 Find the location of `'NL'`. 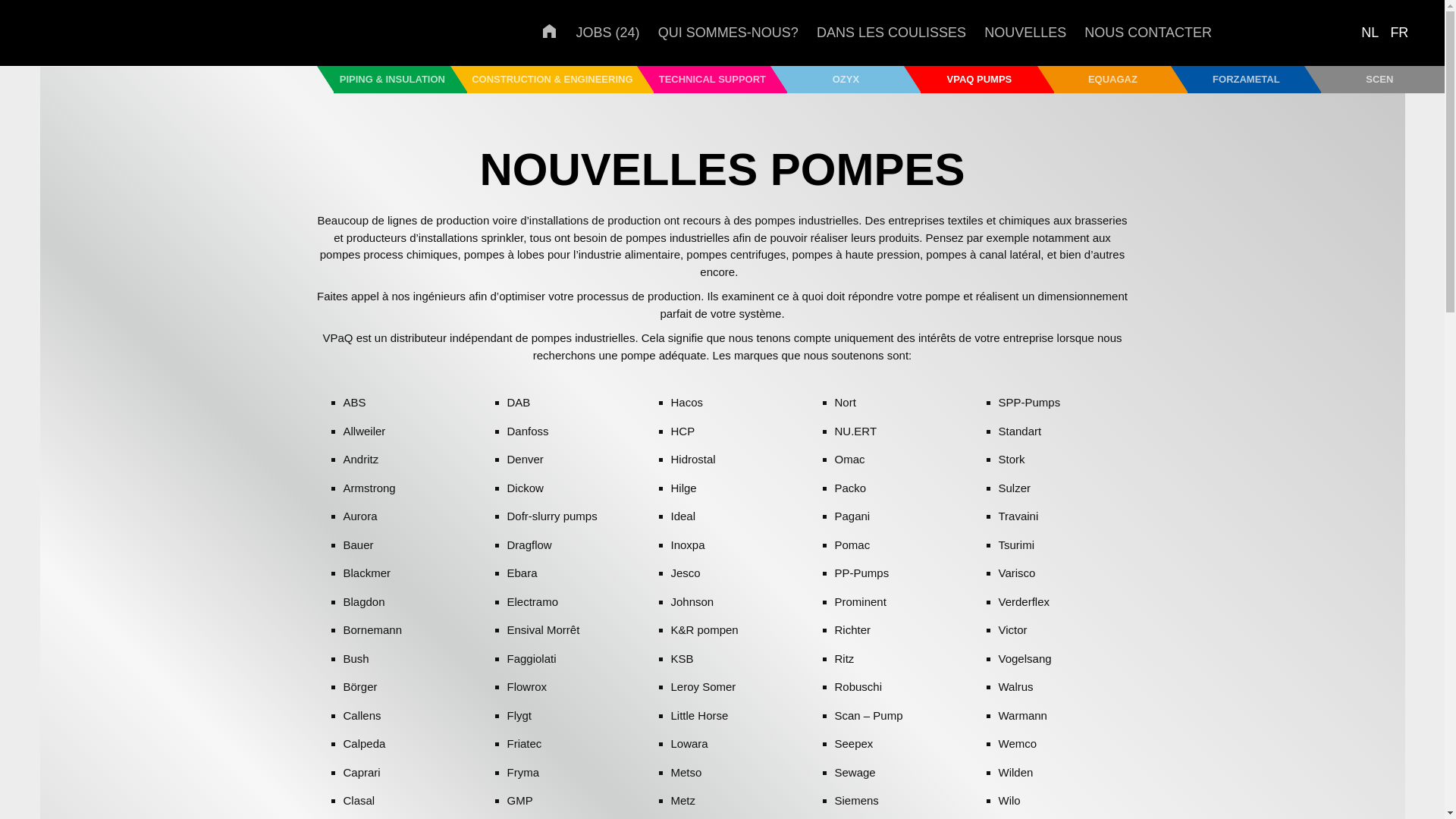

'NL' is located at coordinates (1370, 32).